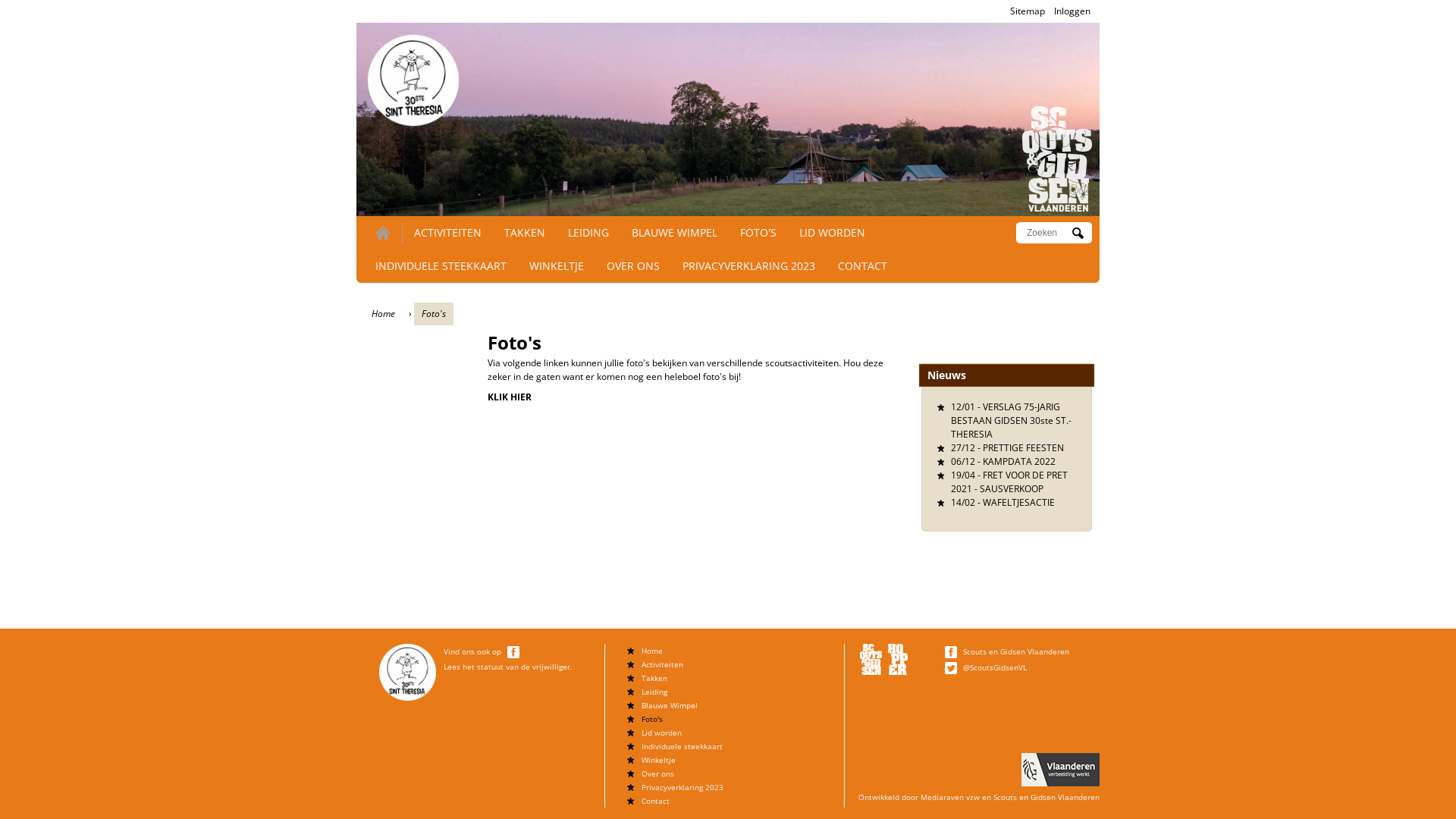 The width and height of the screenshot is (1456, 819). Describe the element at coordinates (414, 232) in the screenshot. I see `'ACTIVITEITEN'` at that location.